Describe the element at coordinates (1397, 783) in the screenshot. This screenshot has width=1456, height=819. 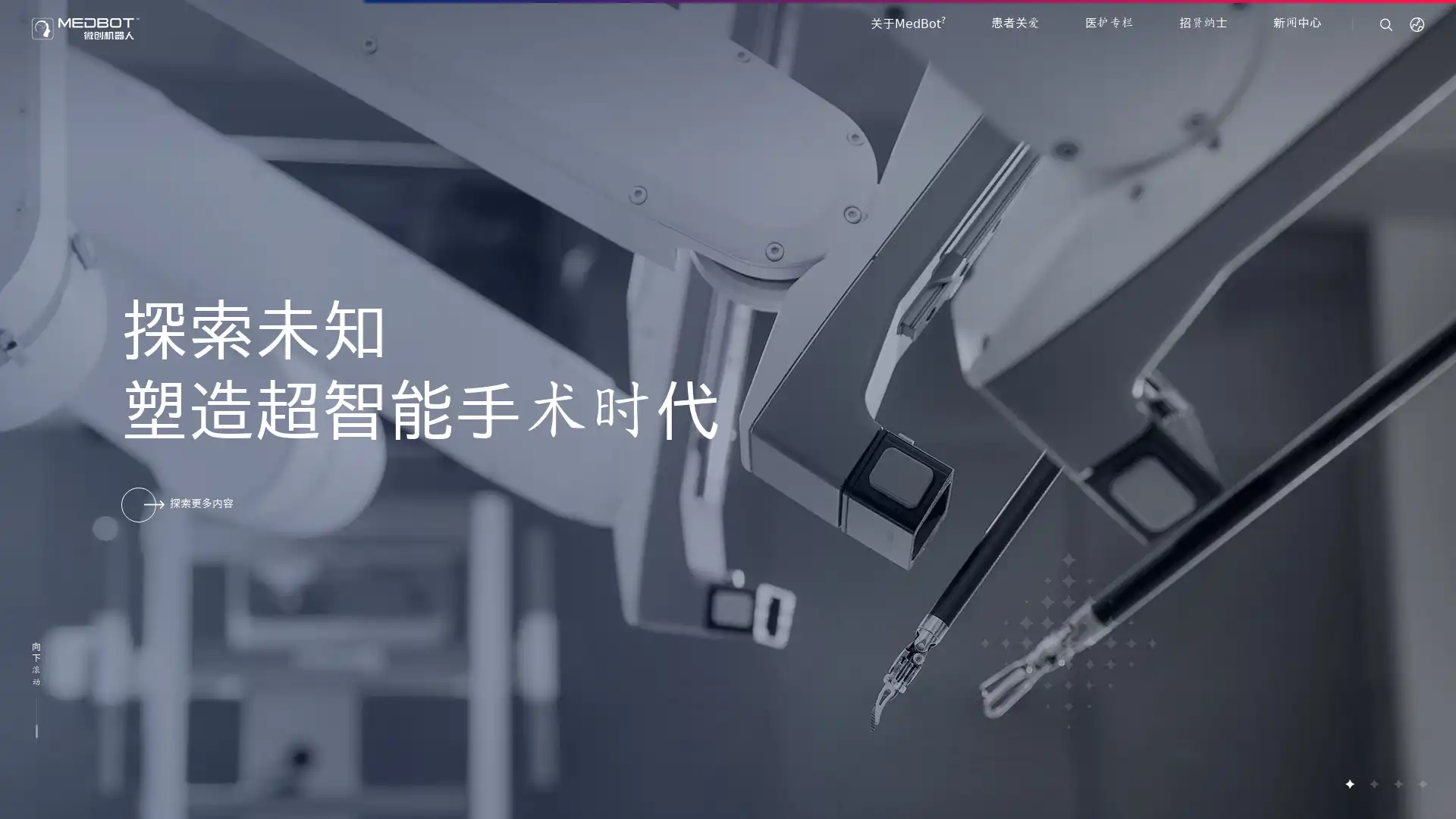
I see `Go to slide 3` at that location.